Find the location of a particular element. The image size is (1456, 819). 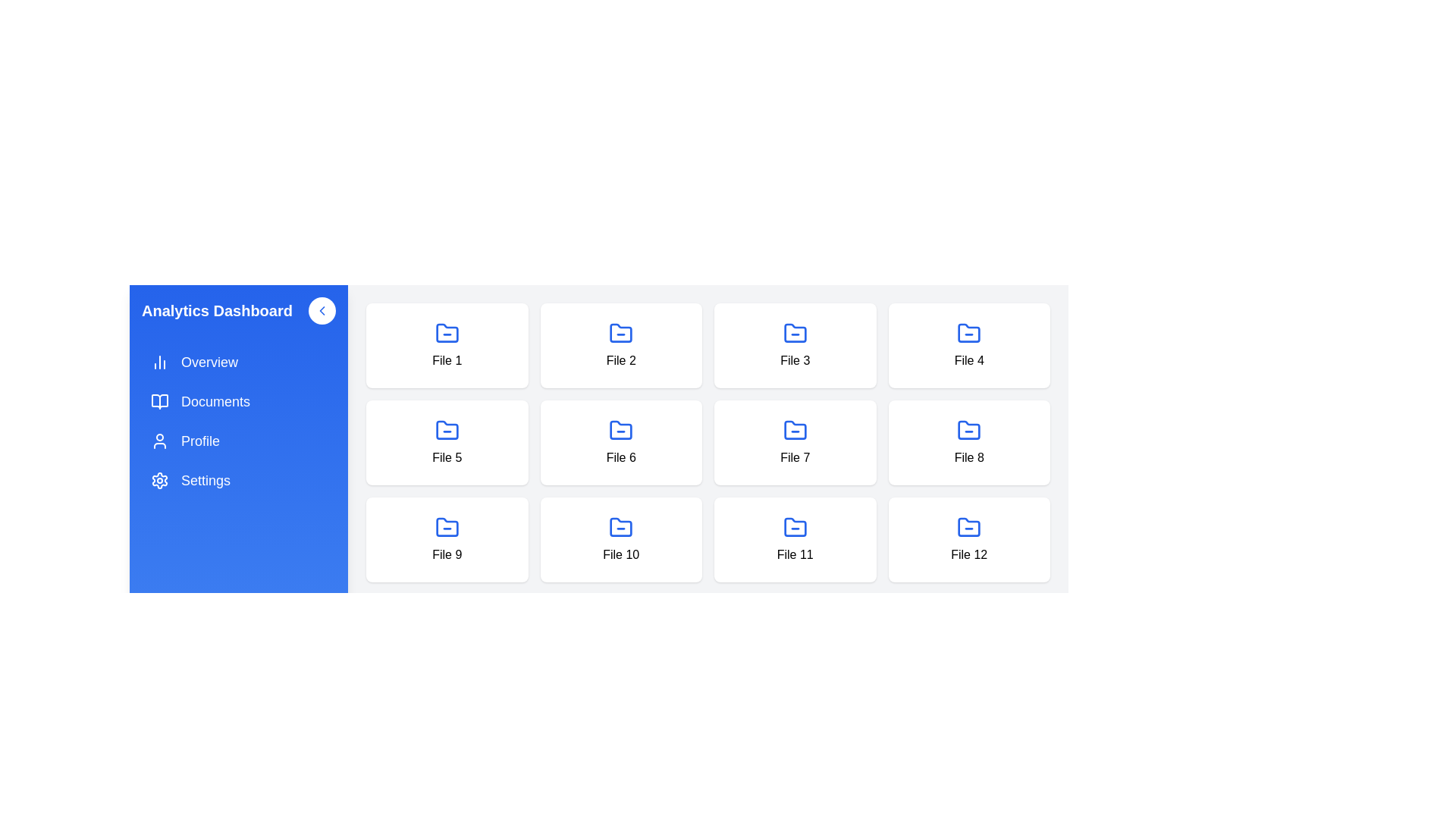

the sidebar item Profile to observe interaction feedback is located at coordinates (238, 441).